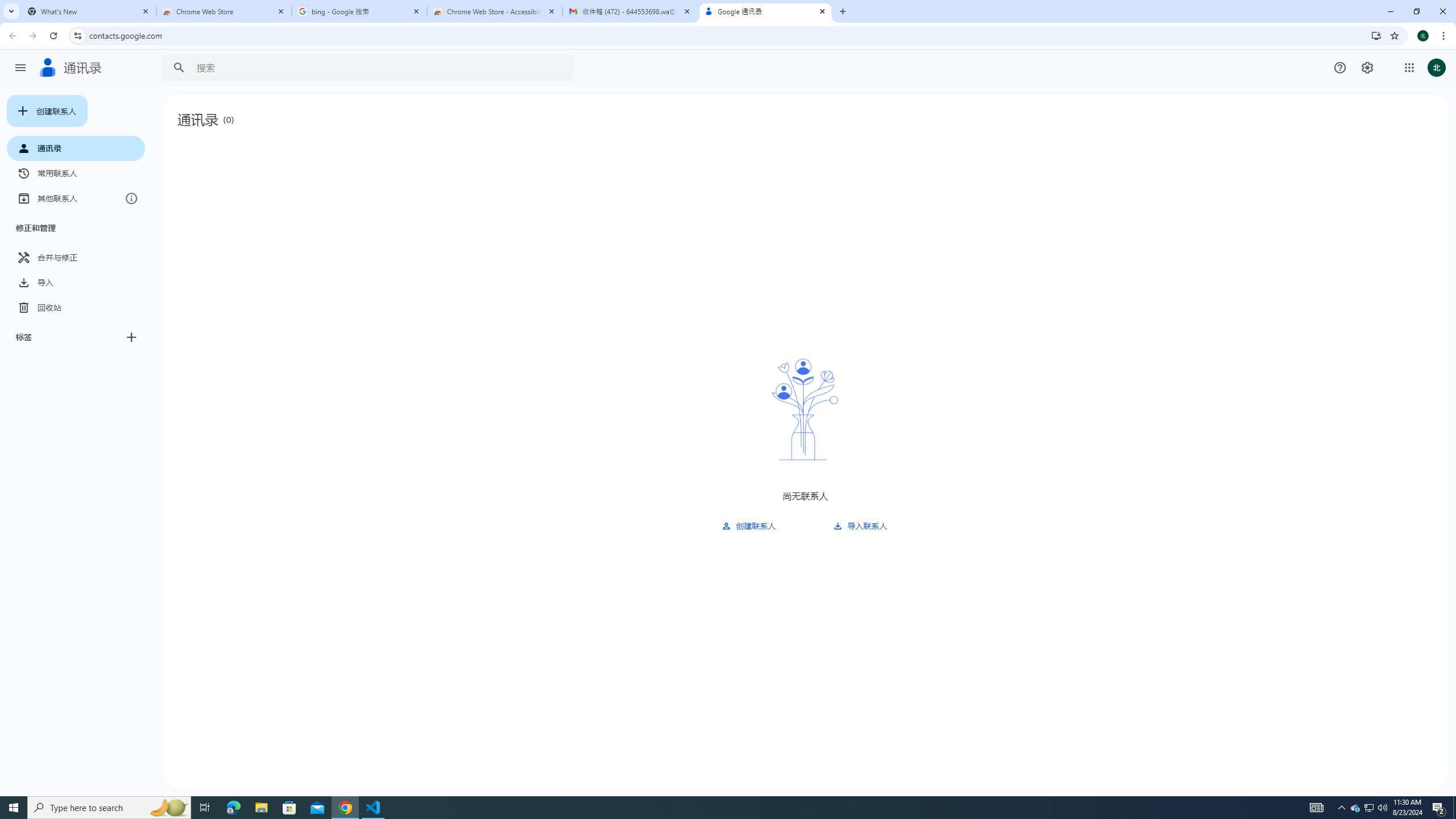  Describe the element at coordinates (224, 11) in the screenshot. I see `'Chrome Web Store'` at that location.